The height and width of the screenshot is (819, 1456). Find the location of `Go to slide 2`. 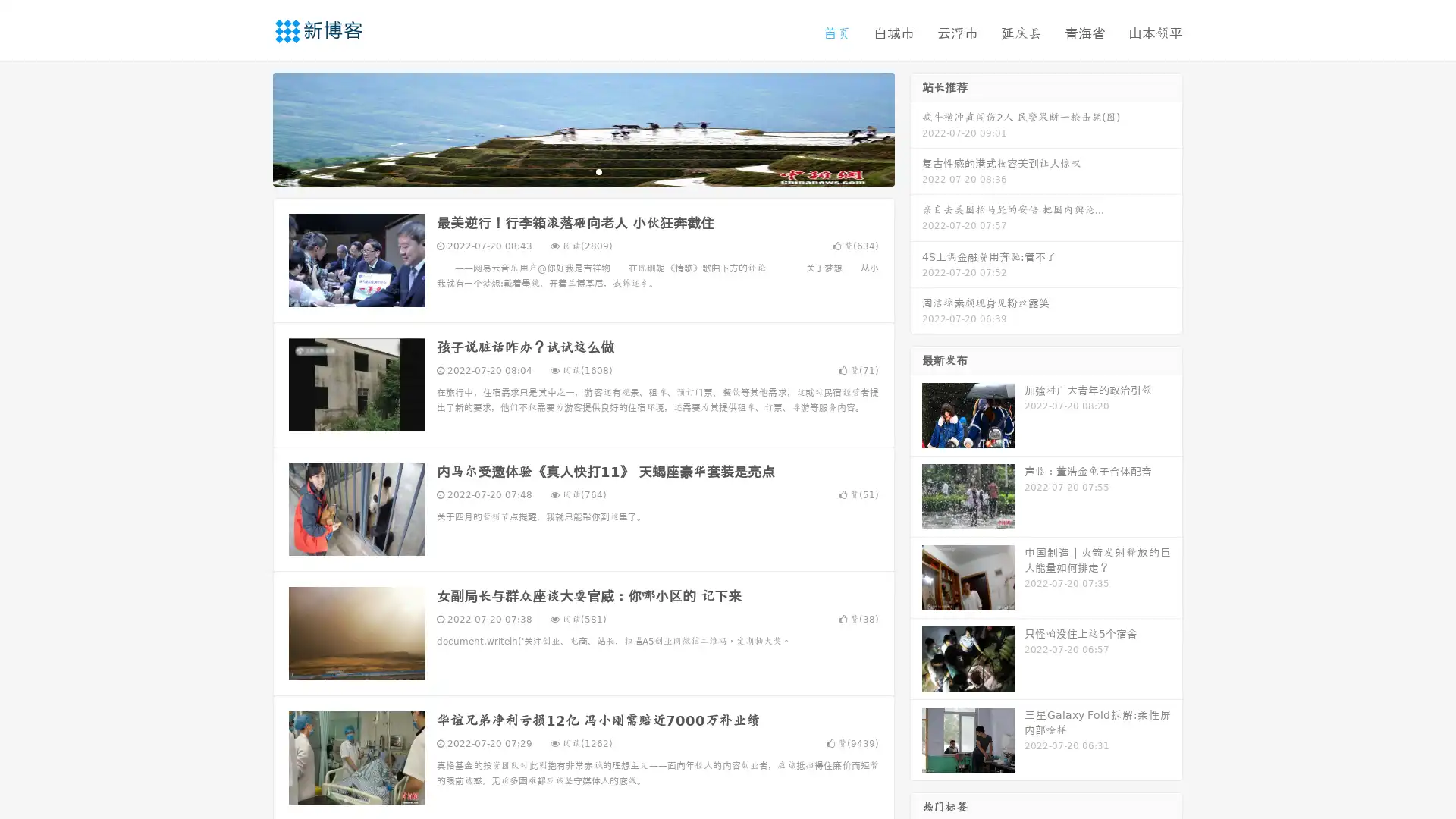

Go to slide 2 is located at coordinates (582, 171).